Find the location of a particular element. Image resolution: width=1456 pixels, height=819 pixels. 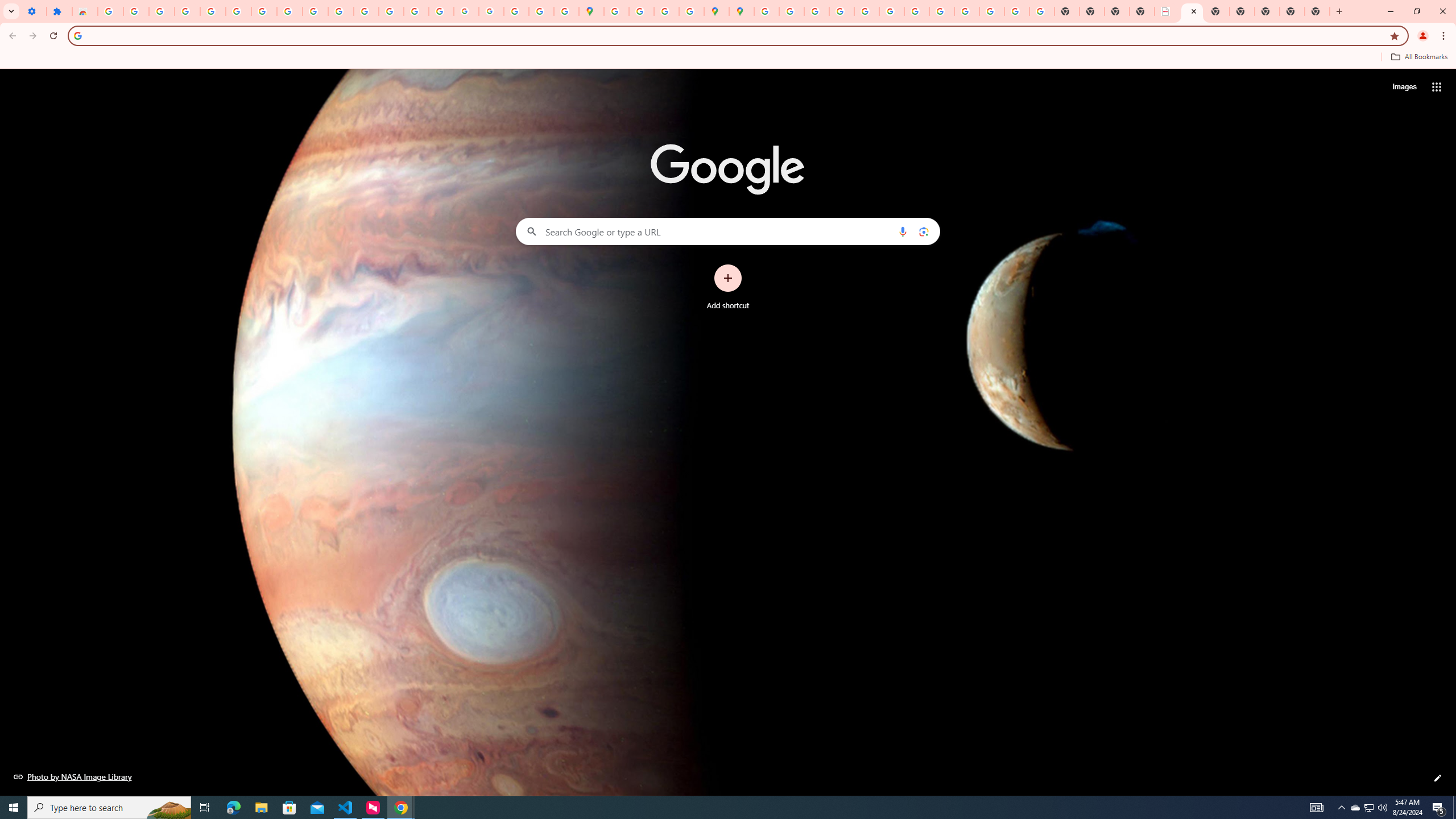

'https://scholar.google.com/' is located at coordinates (366, 11).